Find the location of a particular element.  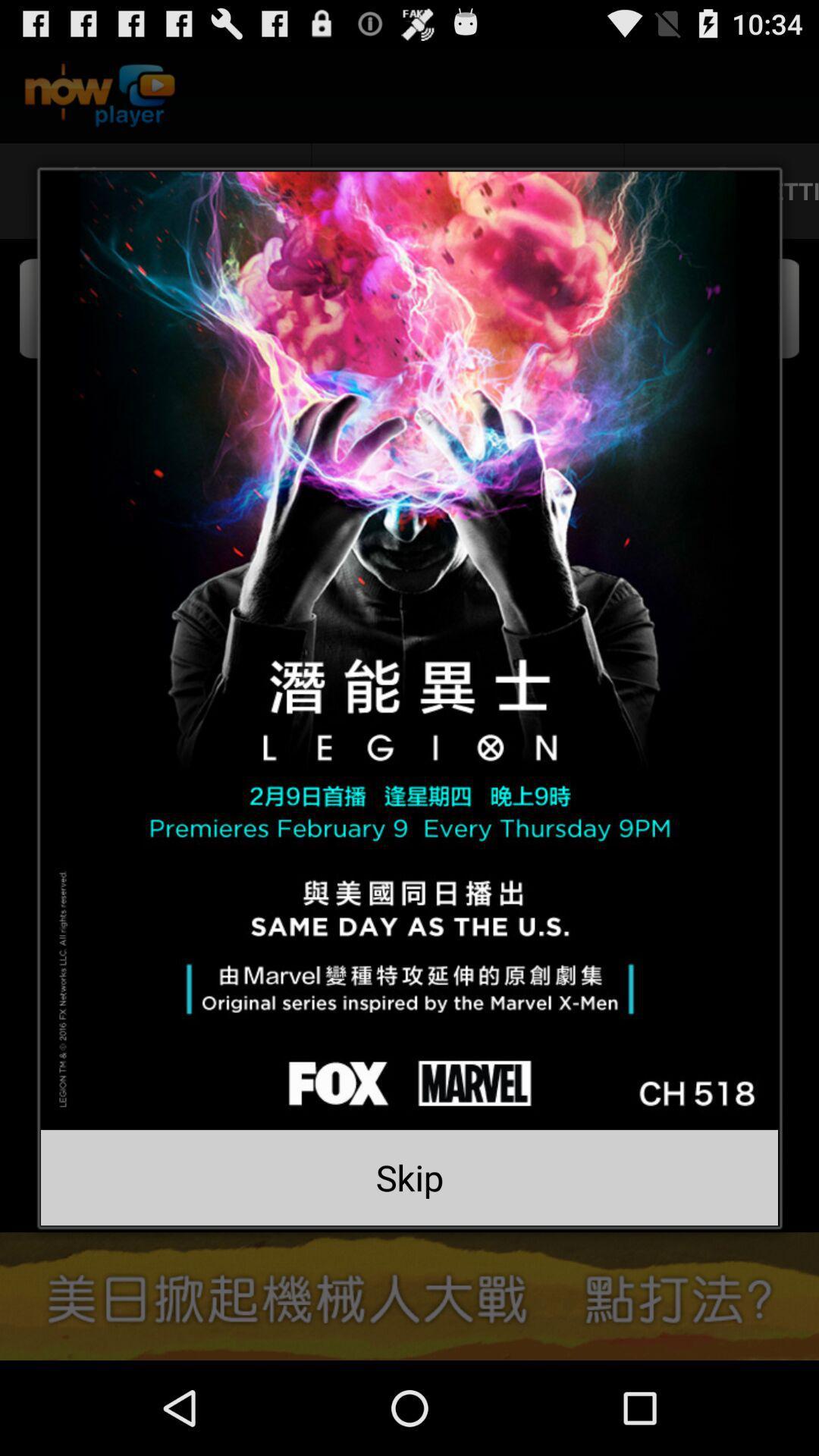

website is located at coordinates (409, 651).